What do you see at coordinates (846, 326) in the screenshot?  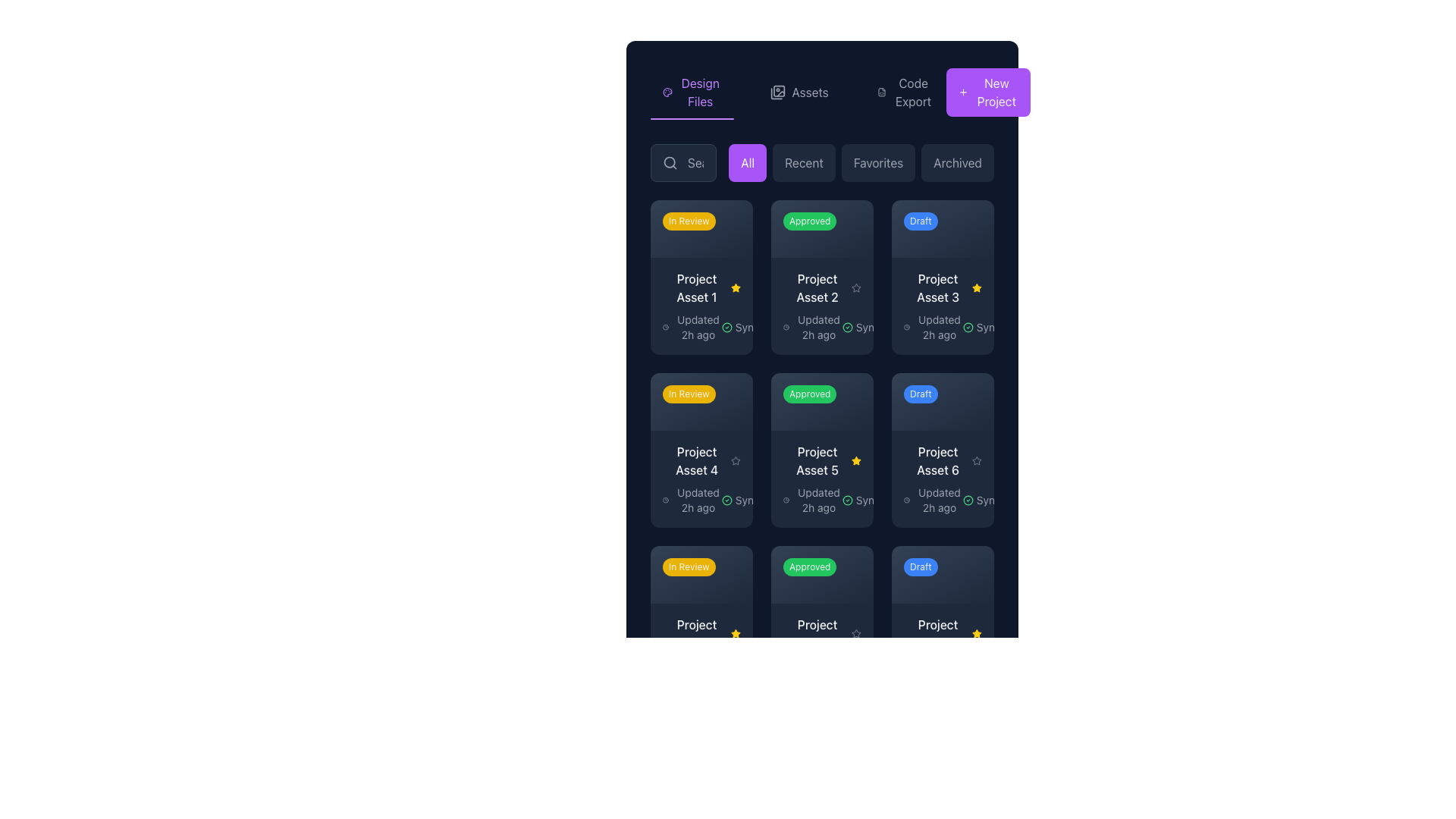 I see `the green circular graphical element representing confirmation within the 'Approved' section of the 'Project Asset 2' card, located in the first row, second column of the grid layout` at bounding box center [846, 326].